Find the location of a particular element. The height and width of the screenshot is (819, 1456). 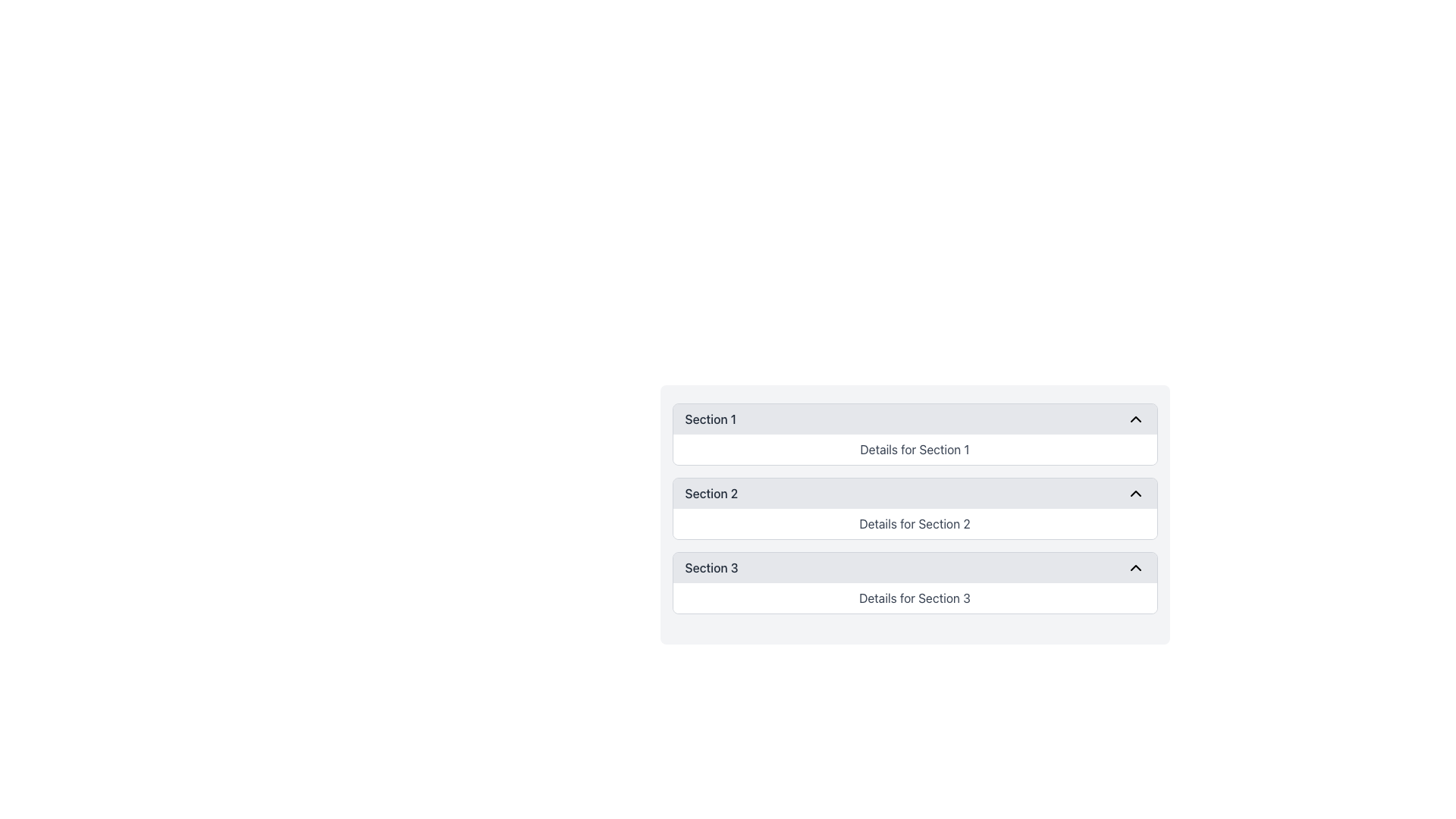

the chevron up icon located on the right side of the 'Section 2' header to focus on it is located at coordinates (1135, 494).